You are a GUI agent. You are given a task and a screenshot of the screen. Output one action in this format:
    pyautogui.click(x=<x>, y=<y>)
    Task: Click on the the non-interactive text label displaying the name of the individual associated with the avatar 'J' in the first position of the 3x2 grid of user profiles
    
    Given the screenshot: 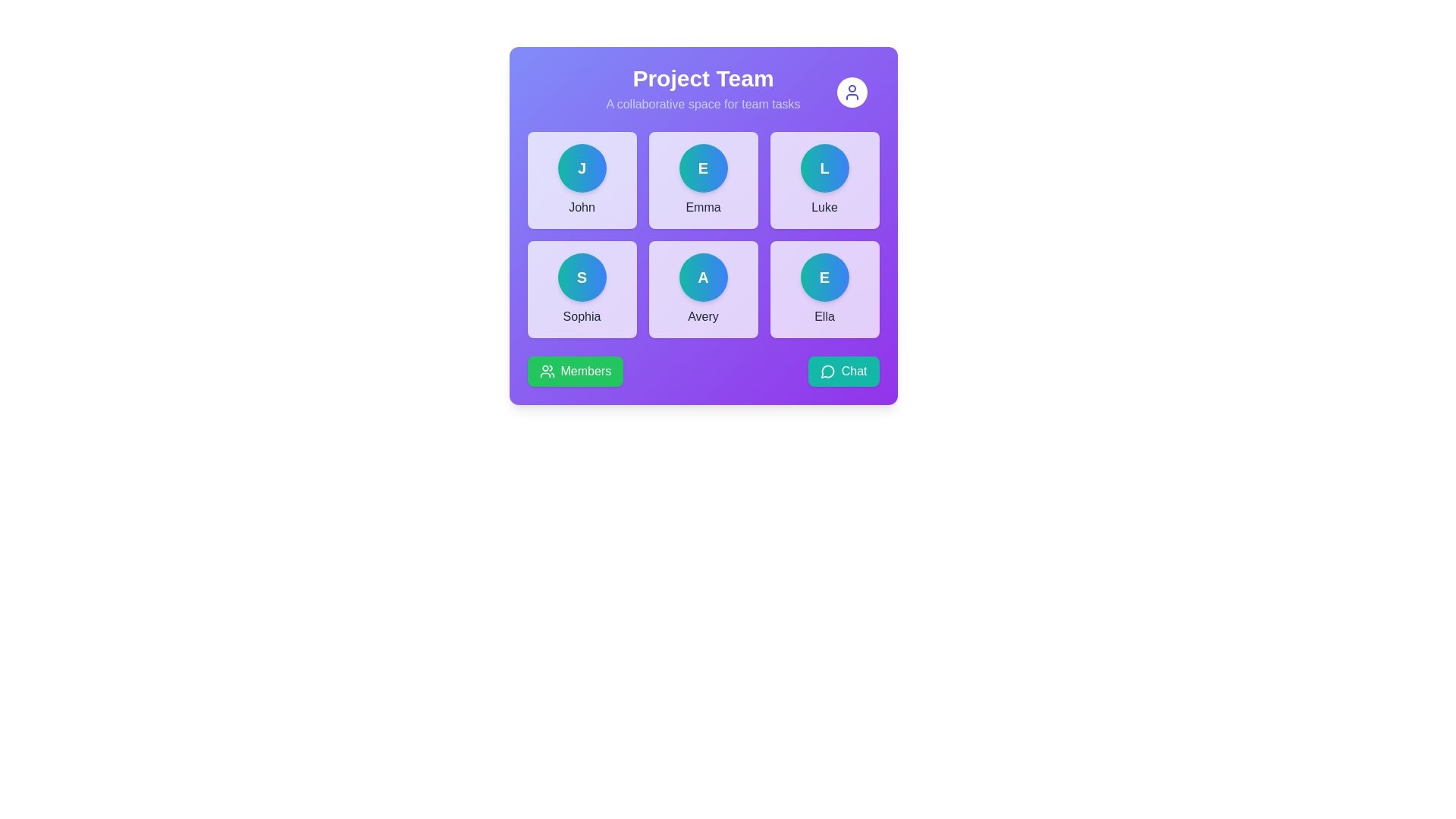 What is the action you would take?
    pyautogui.click(x=581, y=207)
    